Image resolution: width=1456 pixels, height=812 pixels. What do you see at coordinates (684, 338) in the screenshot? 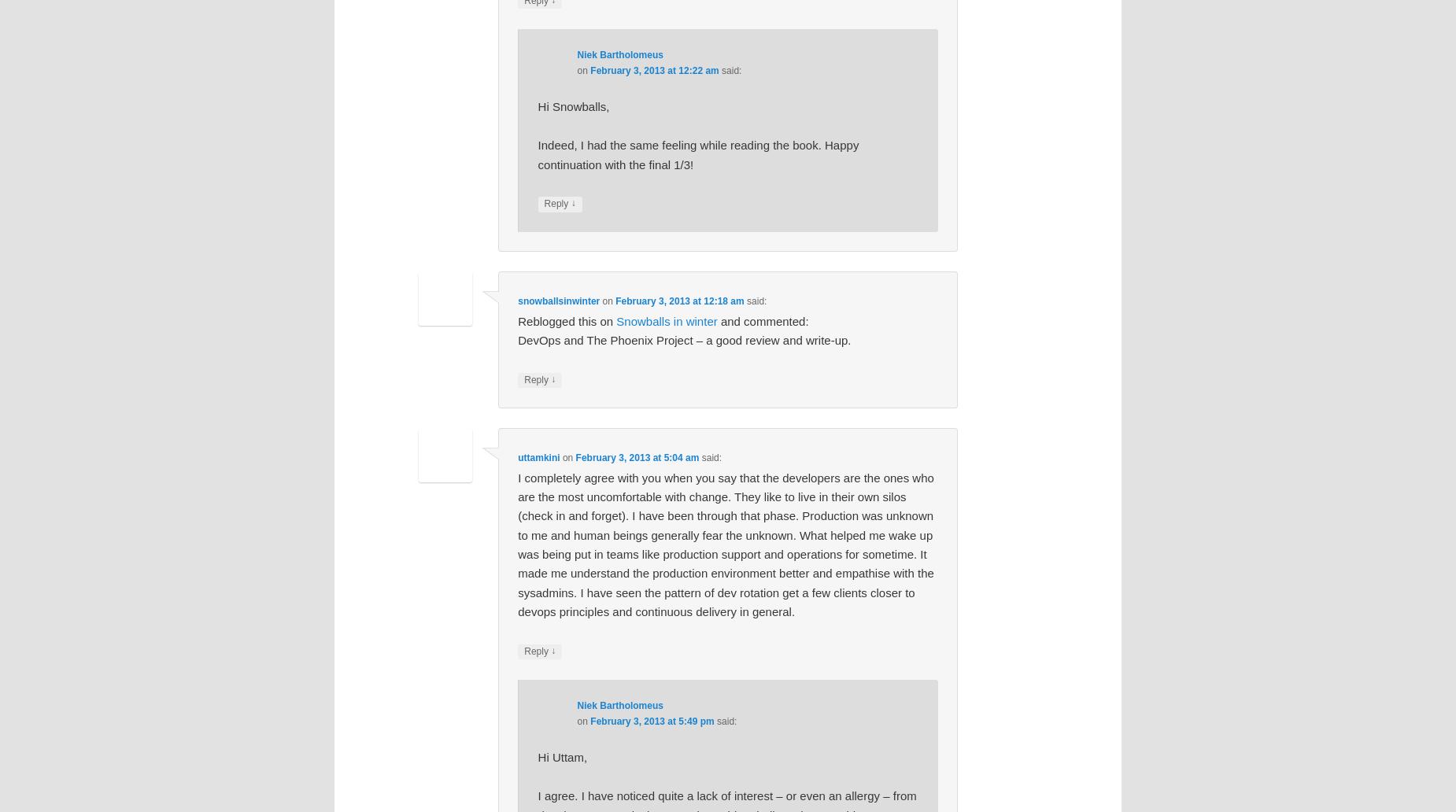
I see `'DevOps and The Phoenix Project – a good review and write-up.'` at bounding box center [684, 338].